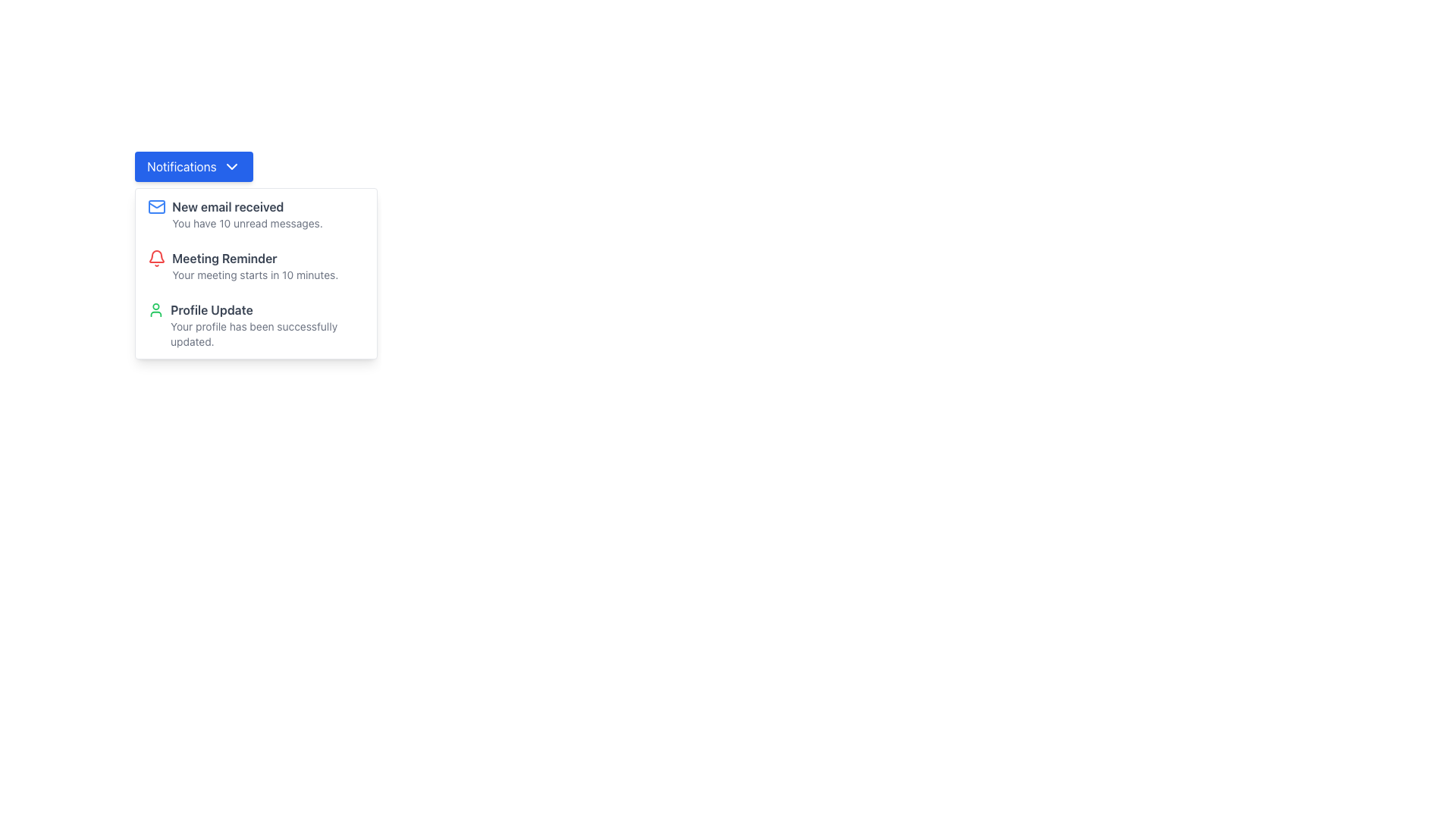 The width and height of the screenshot is (1456, 819). What do you see at coordinates (256, 265) in the screenshot?
I see `the second notification item in the dropdown panel to acknowledge or view the notification details` at bounding box center [256, 265].